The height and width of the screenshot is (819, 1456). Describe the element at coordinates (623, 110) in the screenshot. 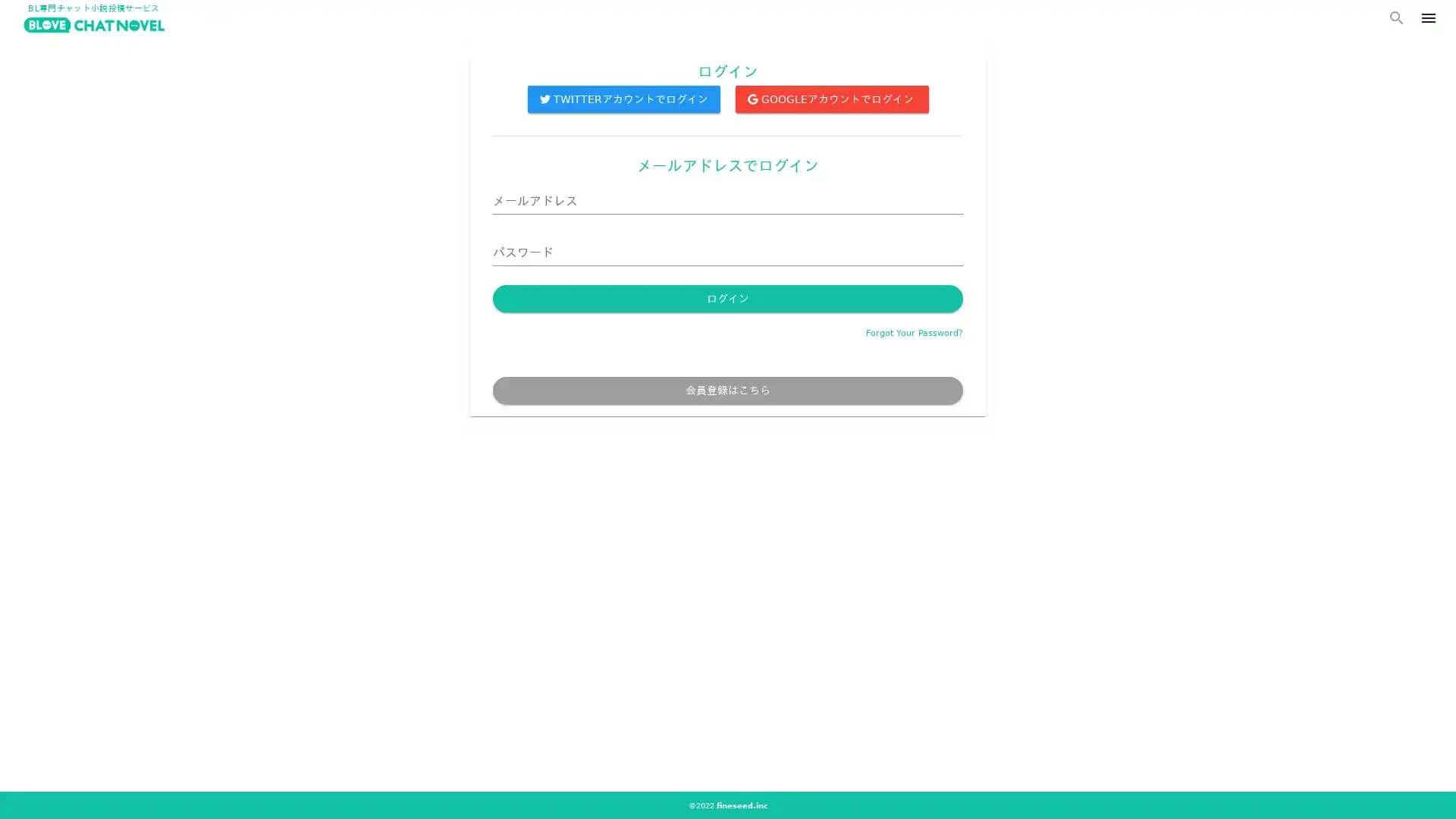

I see `TWITTER` at that location.